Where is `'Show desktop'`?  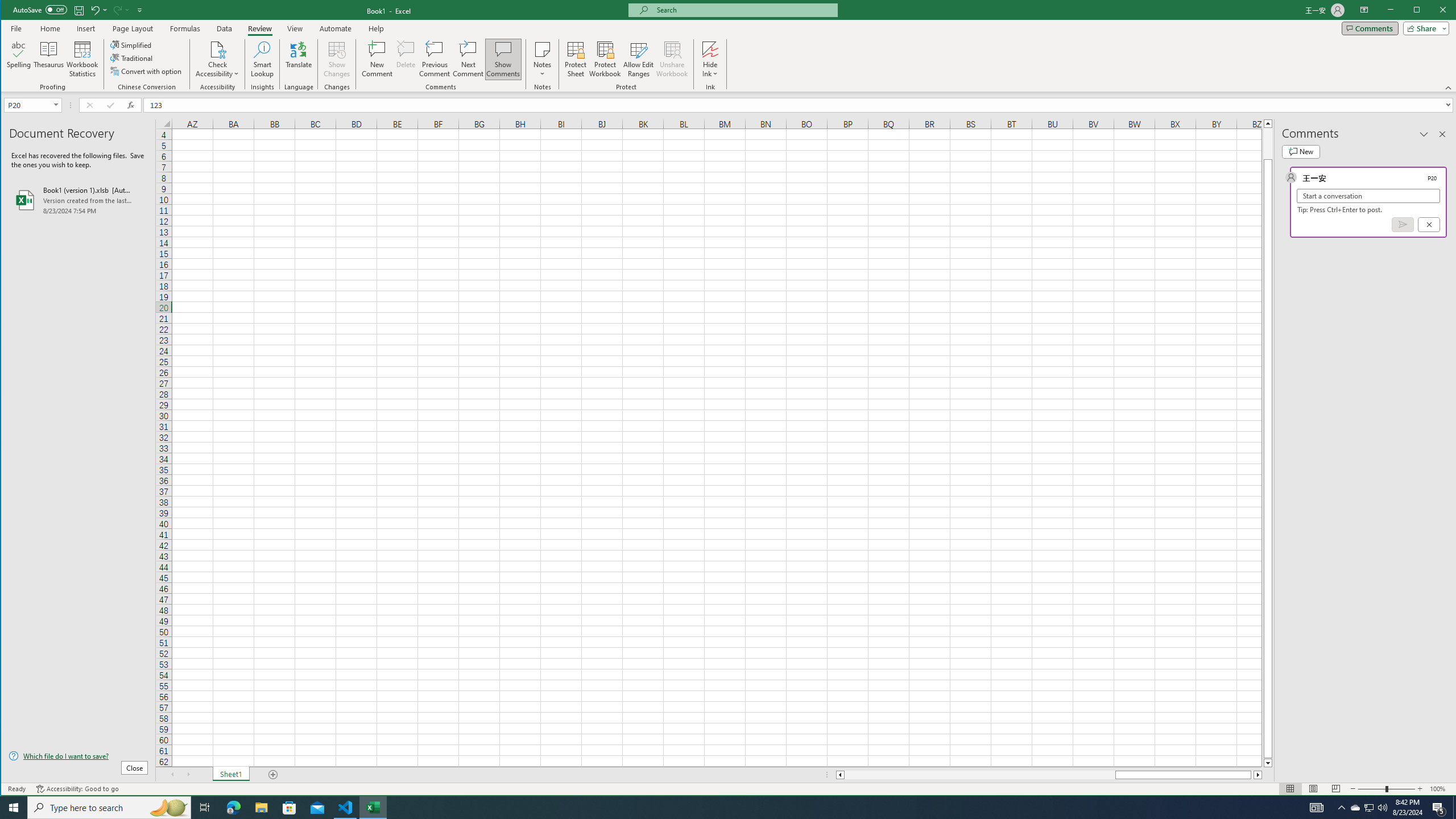
'Show desktop' is located at coordinates (1454, 806).